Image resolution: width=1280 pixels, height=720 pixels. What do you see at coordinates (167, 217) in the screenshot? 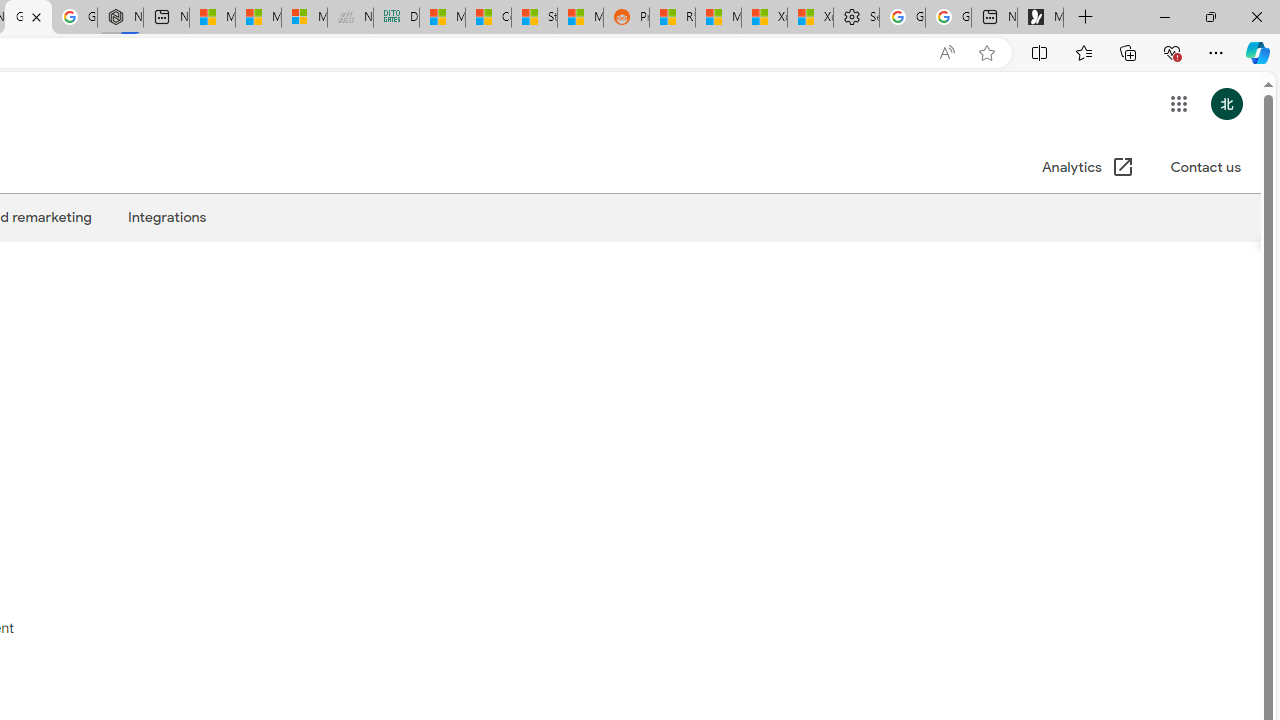
I see `'Integrations'` at bounding box center [167, 217].